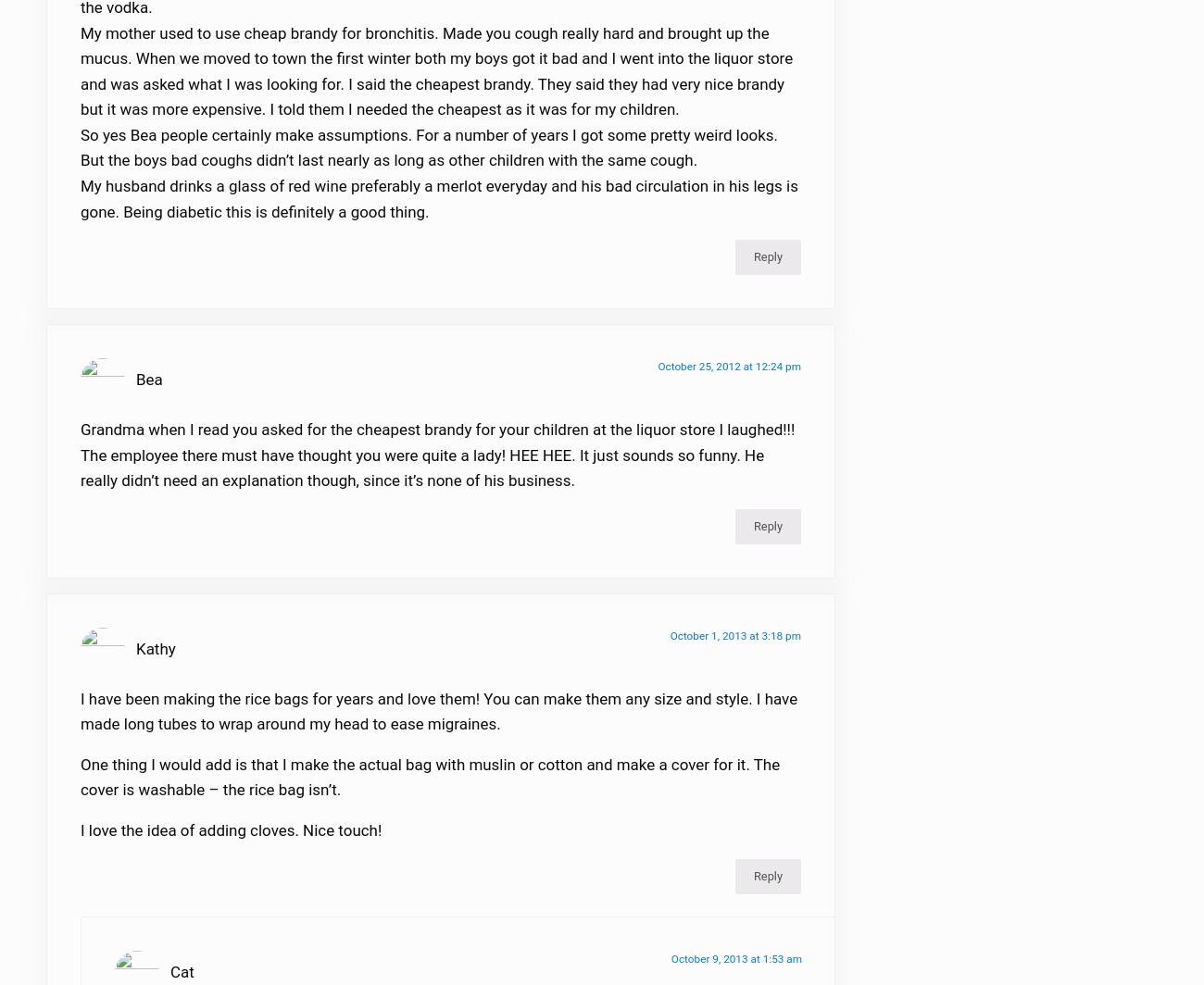 The height and width of the screenshot is (985, 1204). I want to click on 'I have been making the rice bags for years and love them! You can make them any size and style. I have made long tubes to wrap around my head to ease migraines.', so click(437, 722).